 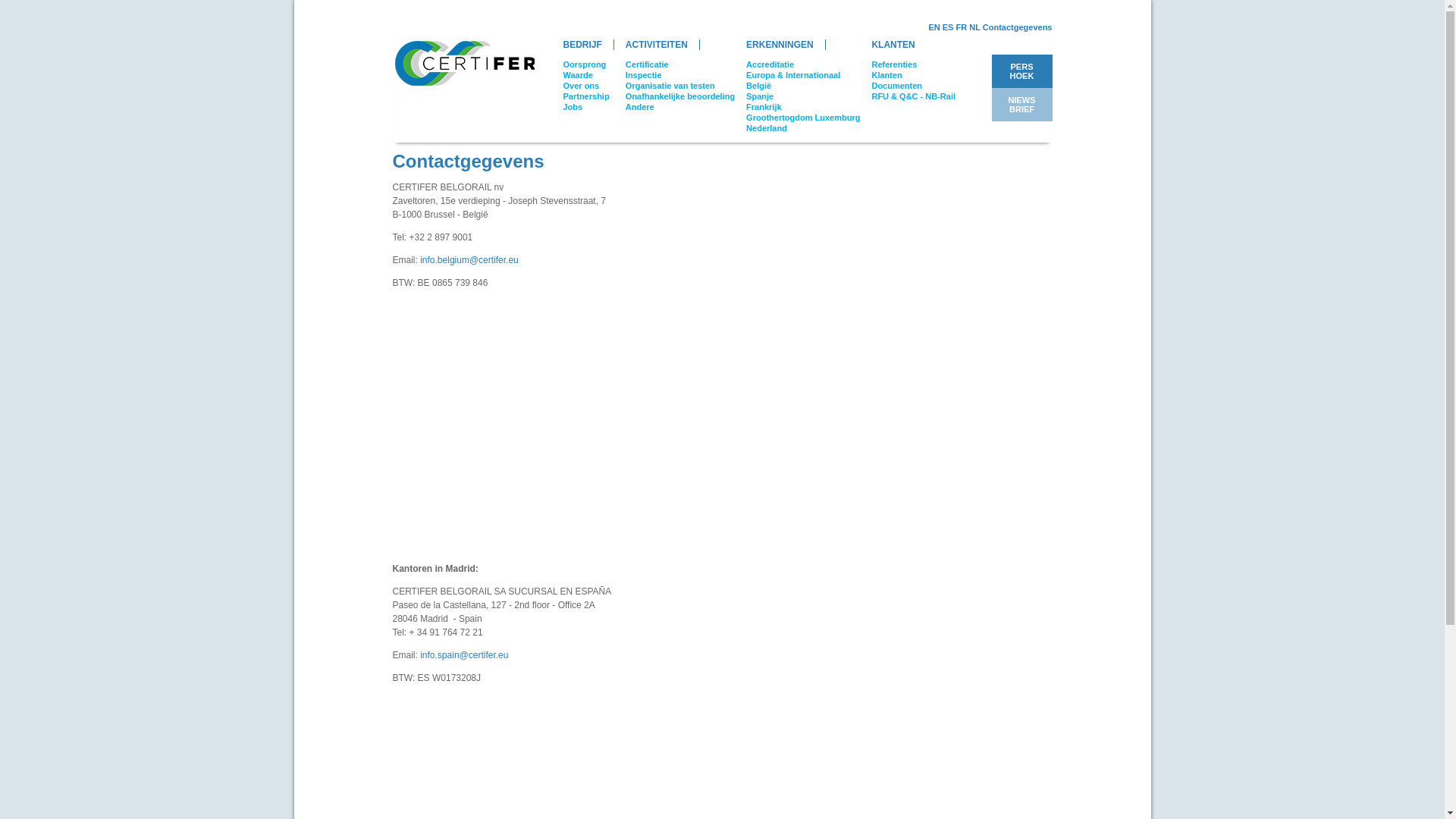 What do you see at coordinates (792, 75) in the screenshot?
I see `'Europa & Internationaal'` at bounding box center [792, 75].